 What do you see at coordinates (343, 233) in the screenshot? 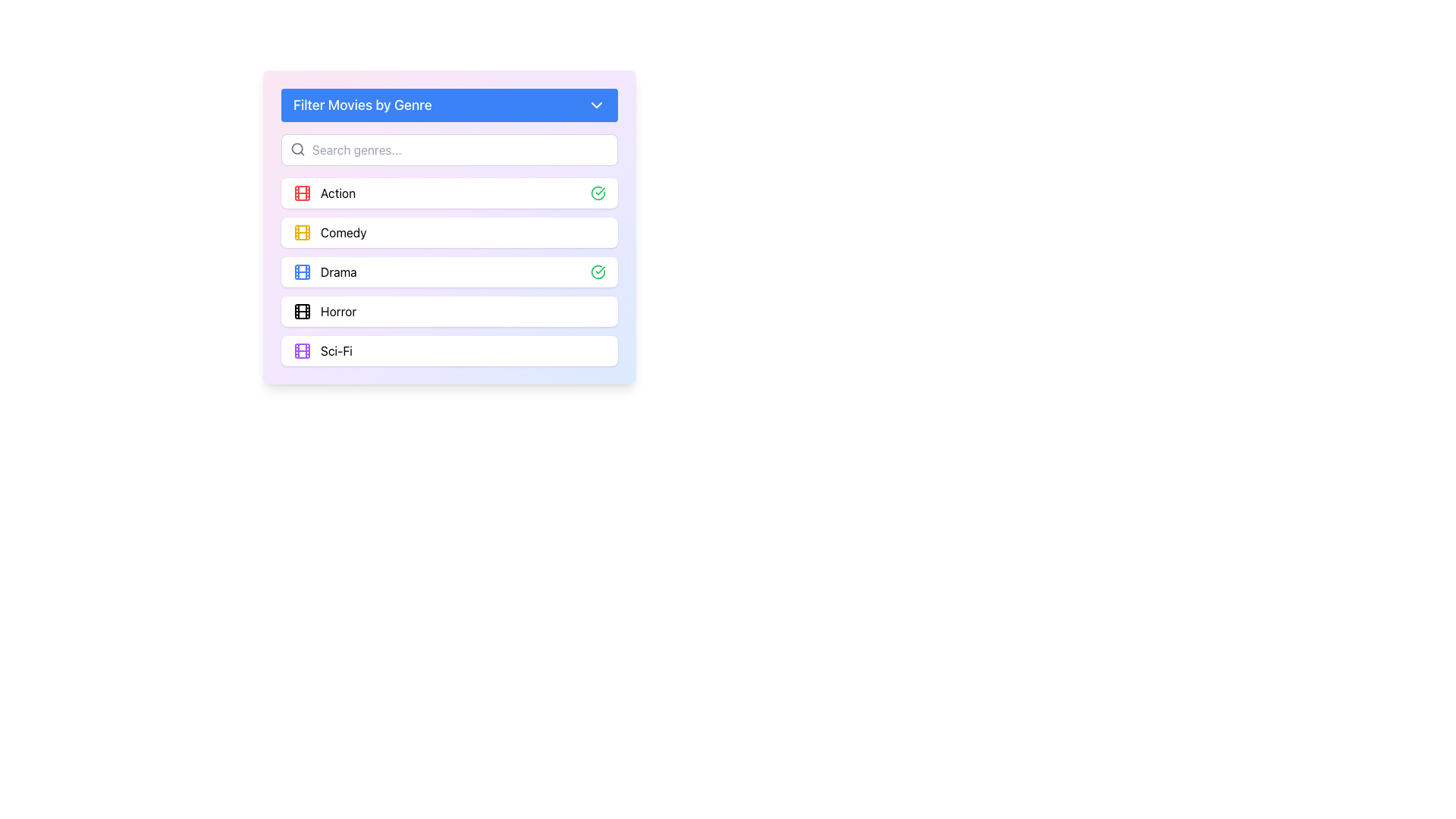
I see `the 'Comedy' text label, which is the second item in the list under 'Filter Movies by Genre'` at bounding box center [343, 233].